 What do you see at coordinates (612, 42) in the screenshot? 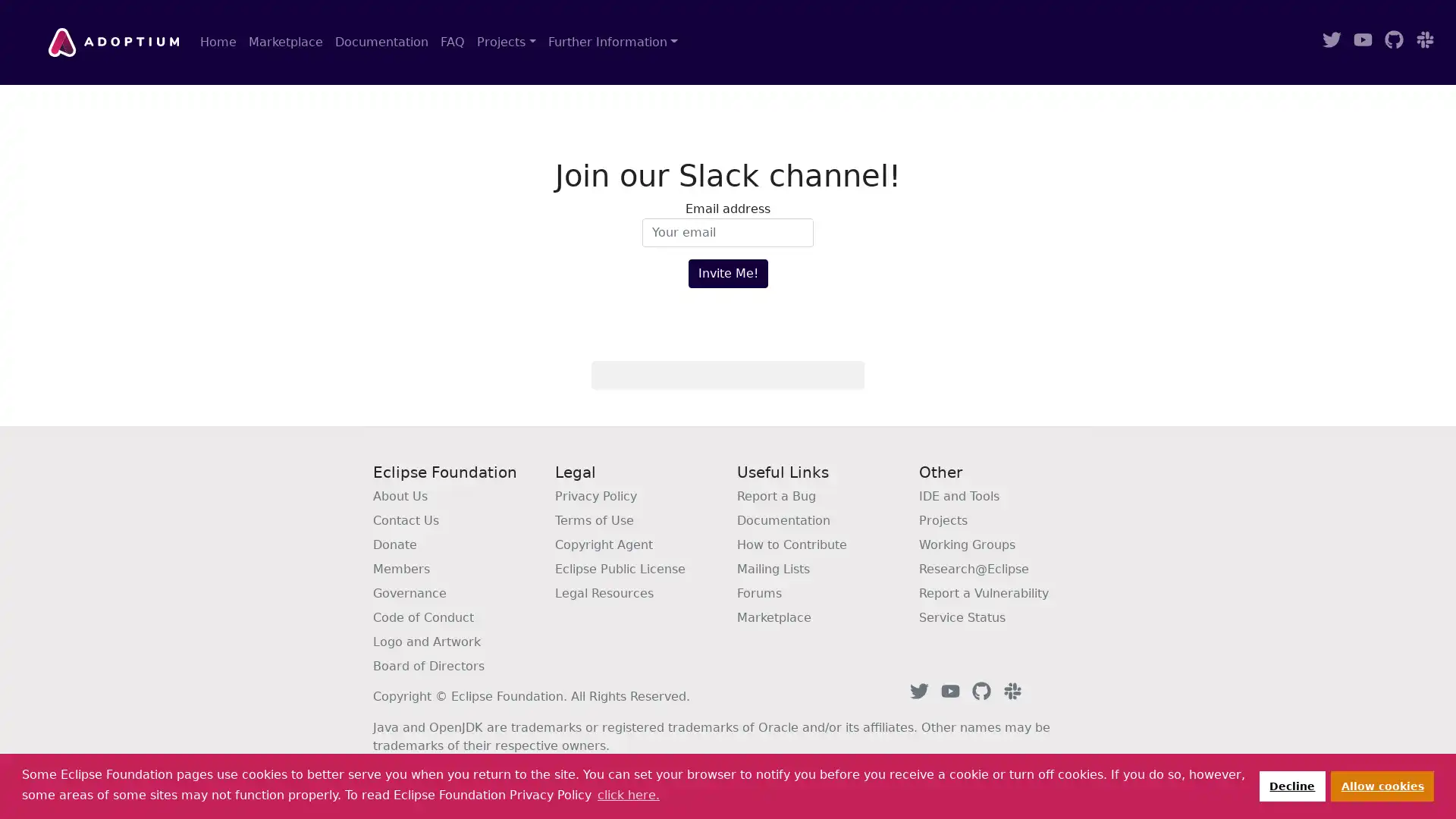
I see `Further Information` at bounding box center [612, 42].